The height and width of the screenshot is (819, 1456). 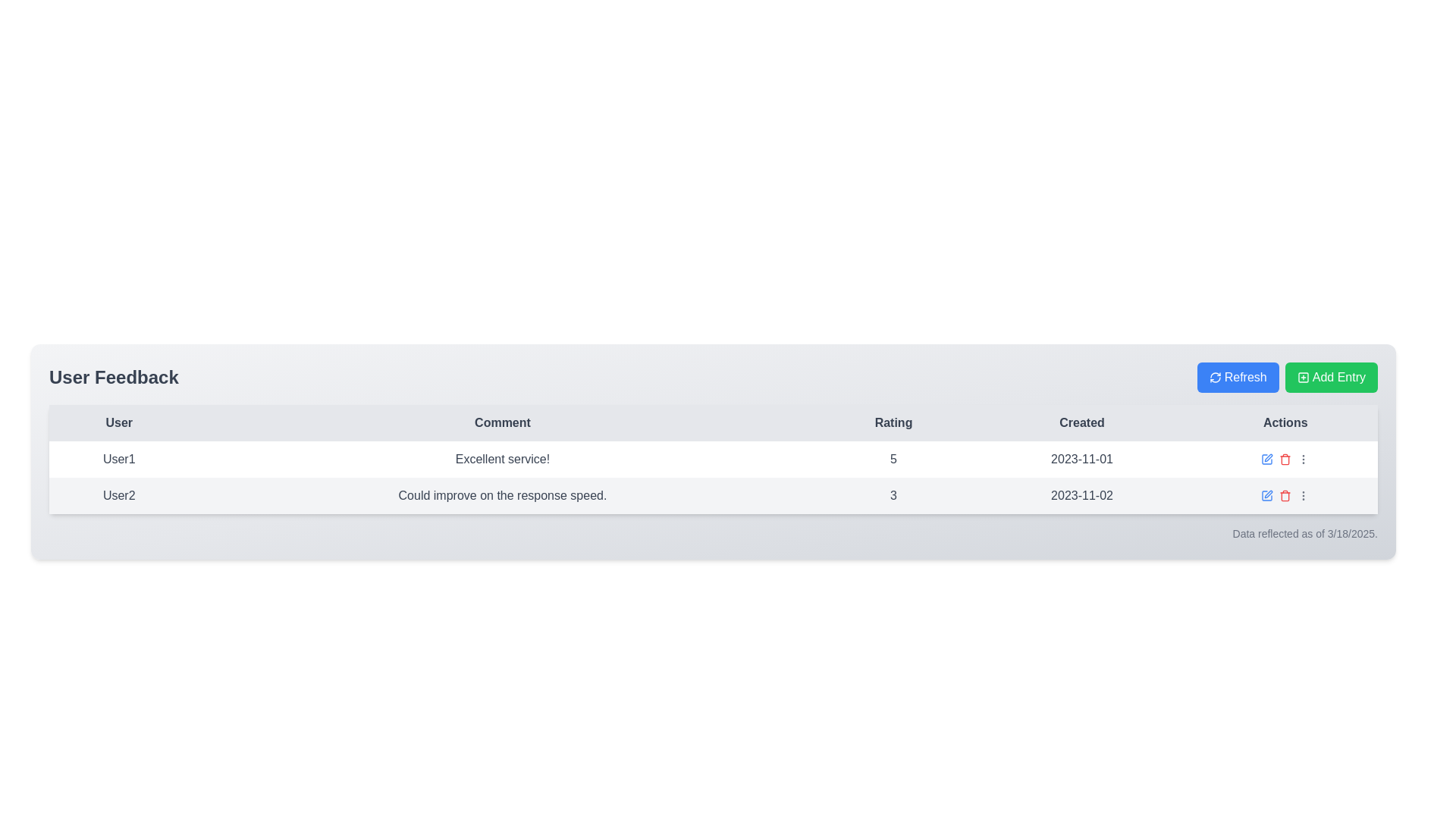 What do you see at coordinates (1238, 376) in the screenshot?
I see `the blue 'Refresh' button with rounded corners that displays a refresh icon and white text to observe the hover state change` at bounding box center [1238, 376].